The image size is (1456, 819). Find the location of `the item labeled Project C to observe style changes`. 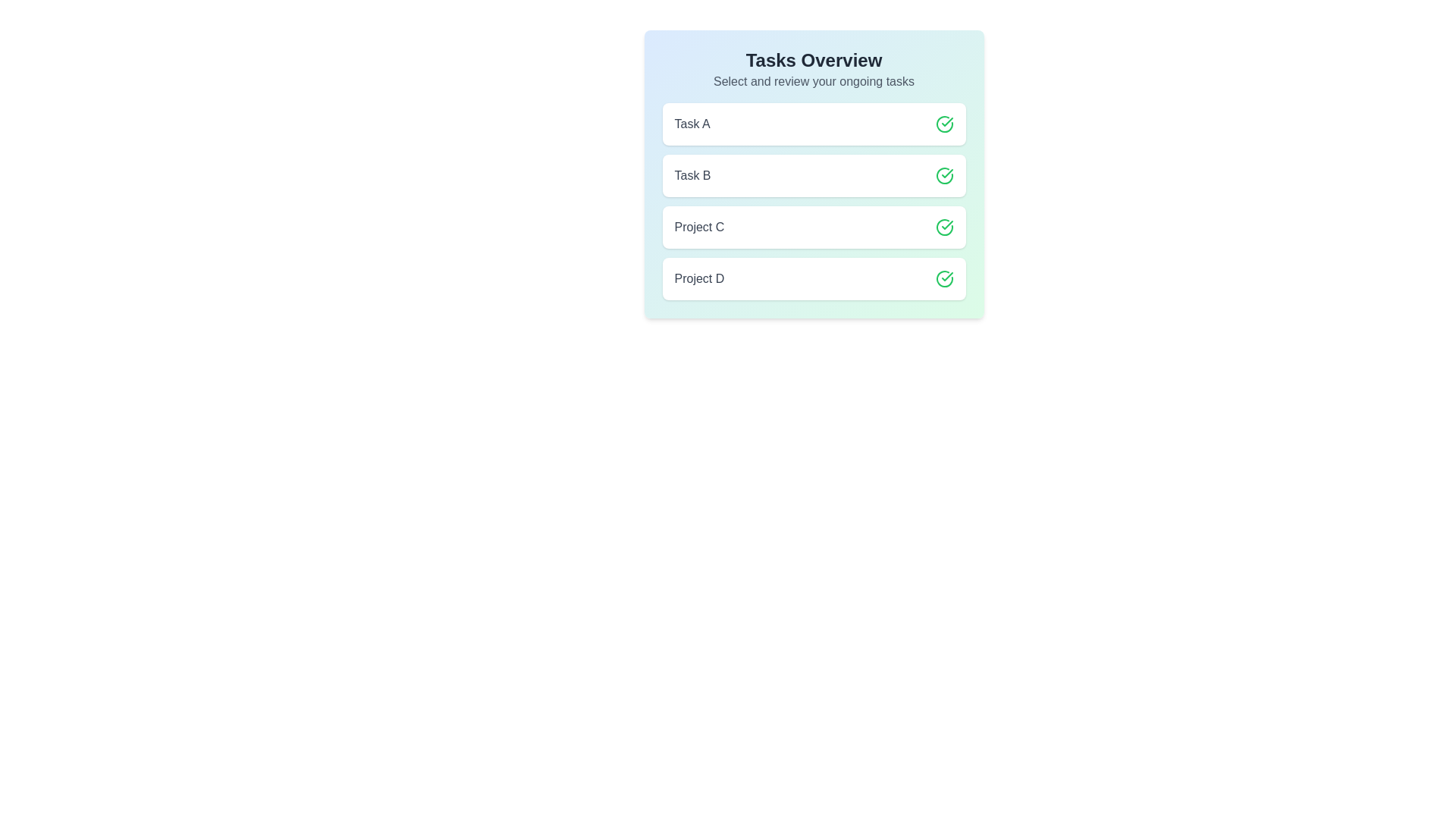

the item labeled Project C to observe style changes is located at coordinates (813, 227).